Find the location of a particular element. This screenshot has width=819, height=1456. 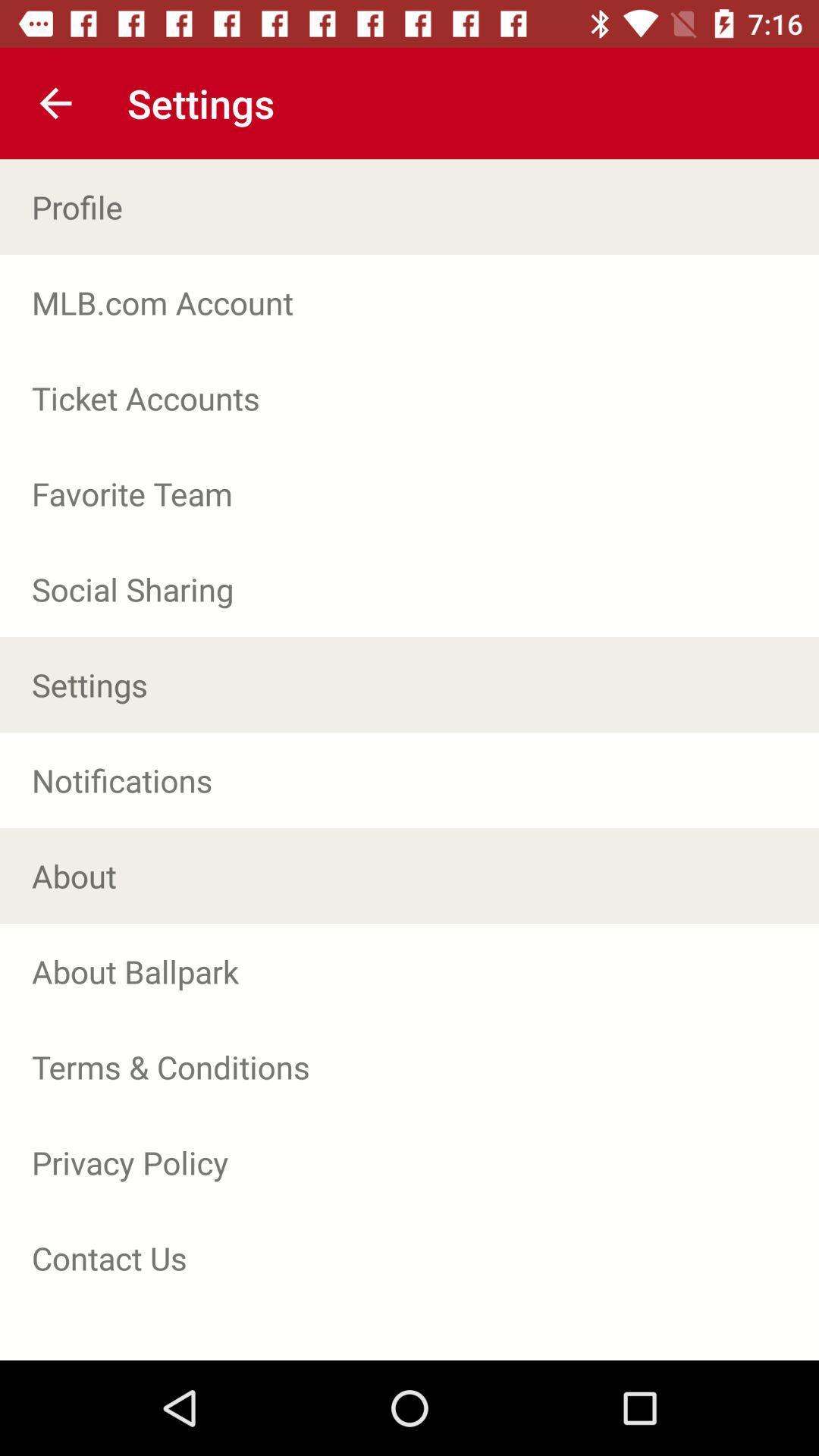

icon next to the settings item is located at coordinates (55, 102).